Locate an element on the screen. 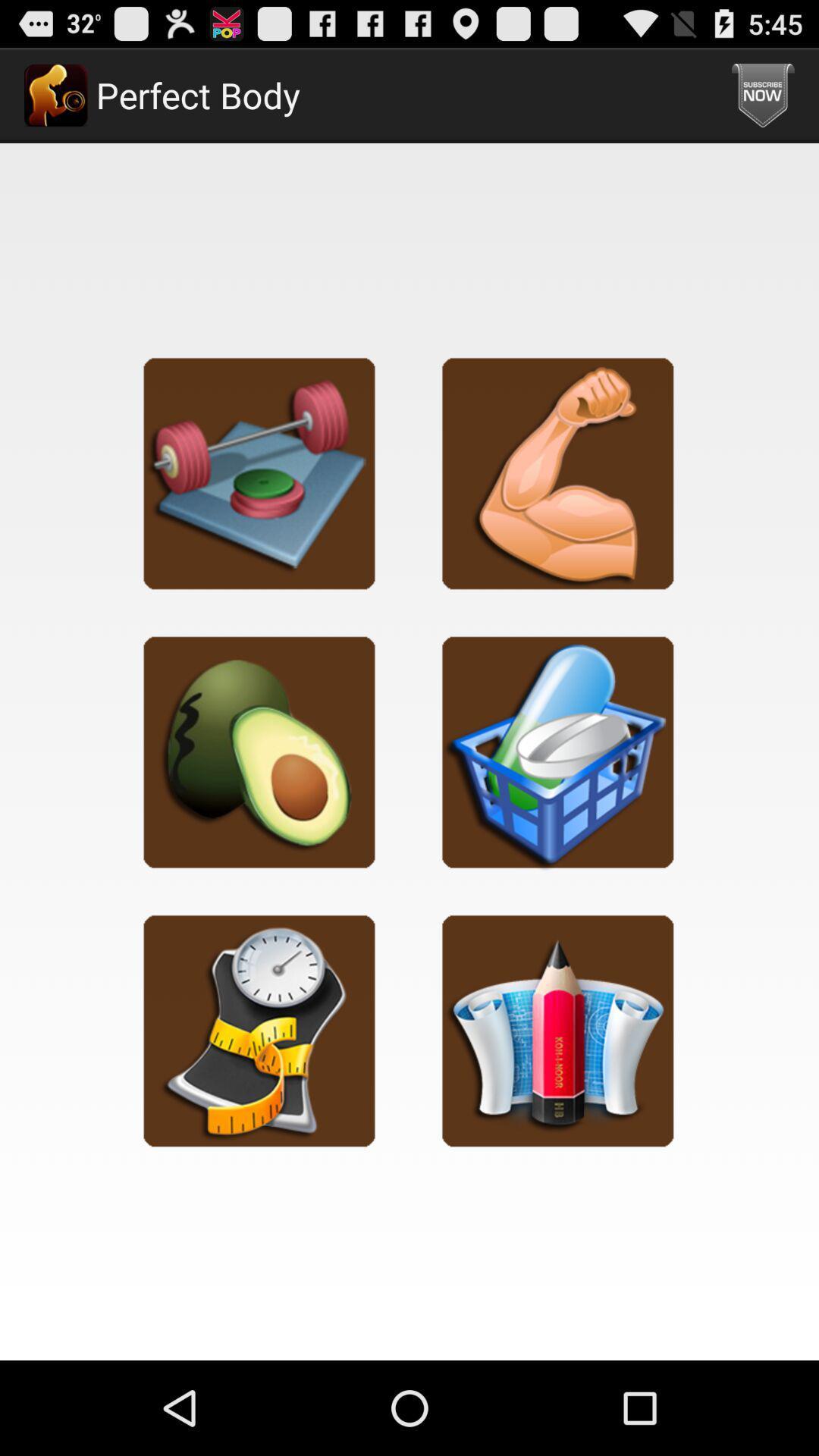 The height and width of the screenshot is (1456, 819). the icon to the right of perfect body icon is located at coordinates (763, 94).